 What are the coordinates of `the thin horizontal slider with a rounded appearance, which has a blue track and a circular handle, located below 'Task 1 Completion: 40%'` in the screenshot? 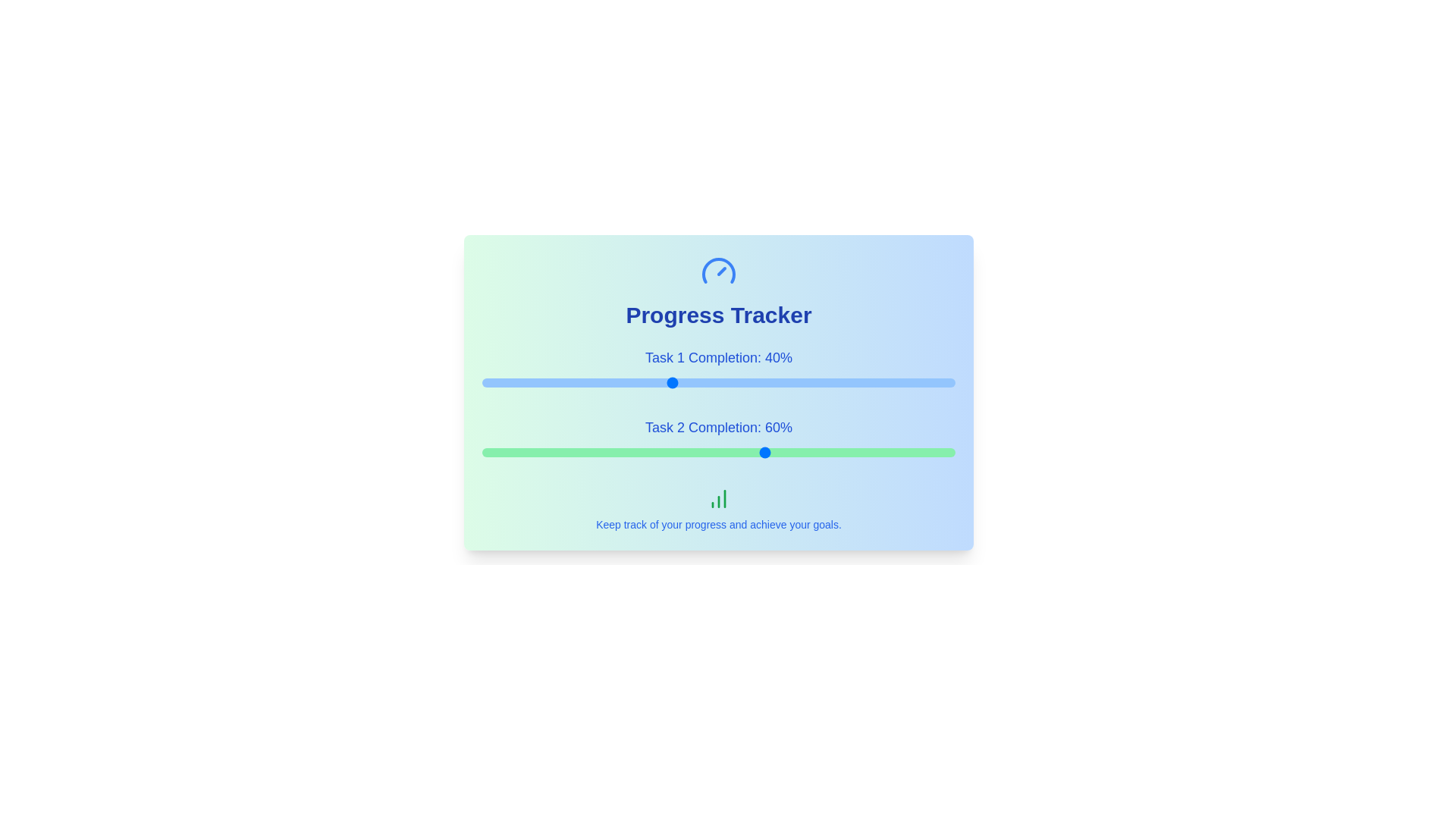 It's located at (718, 382).